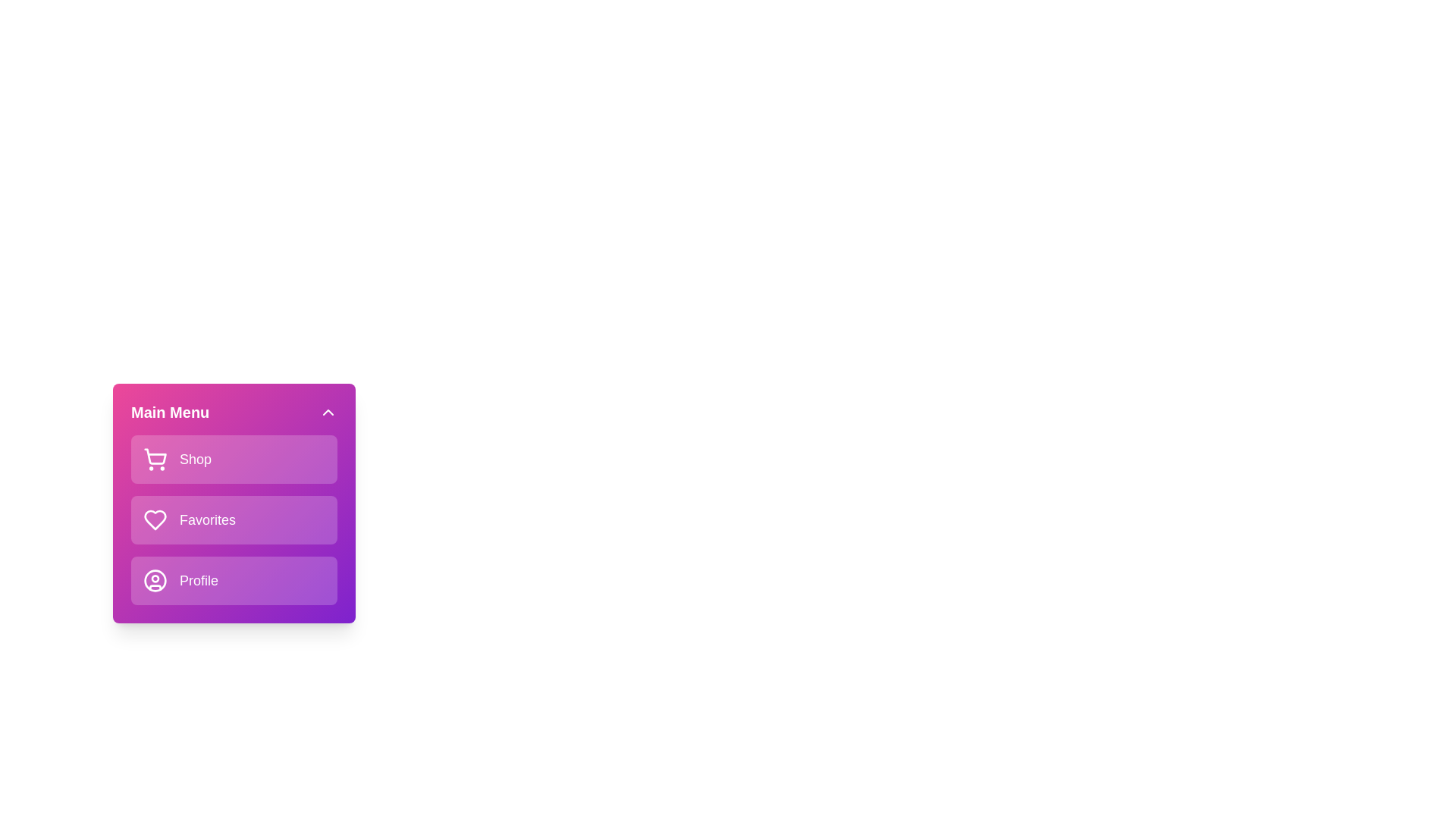 The height and width of the screenshot is (819, 1456). I want to click on the menu item Favorites, so click(233, 519).